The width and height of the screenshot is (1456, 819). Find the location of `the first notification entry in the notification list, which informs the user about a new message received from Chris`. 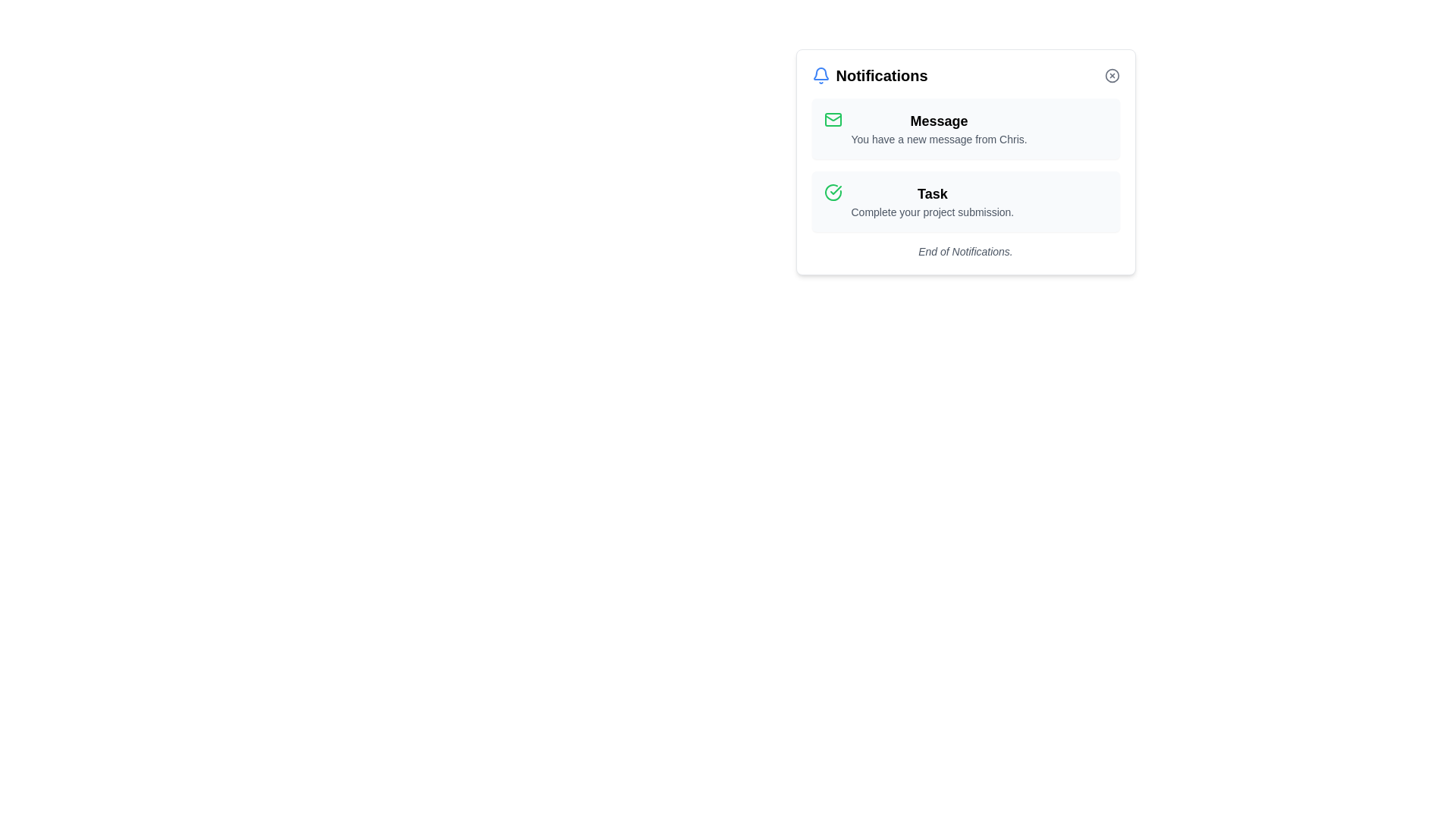

the first notification entry in the notification list, which informs the user about a new message received from Chris is located at coordinates (965, 127).